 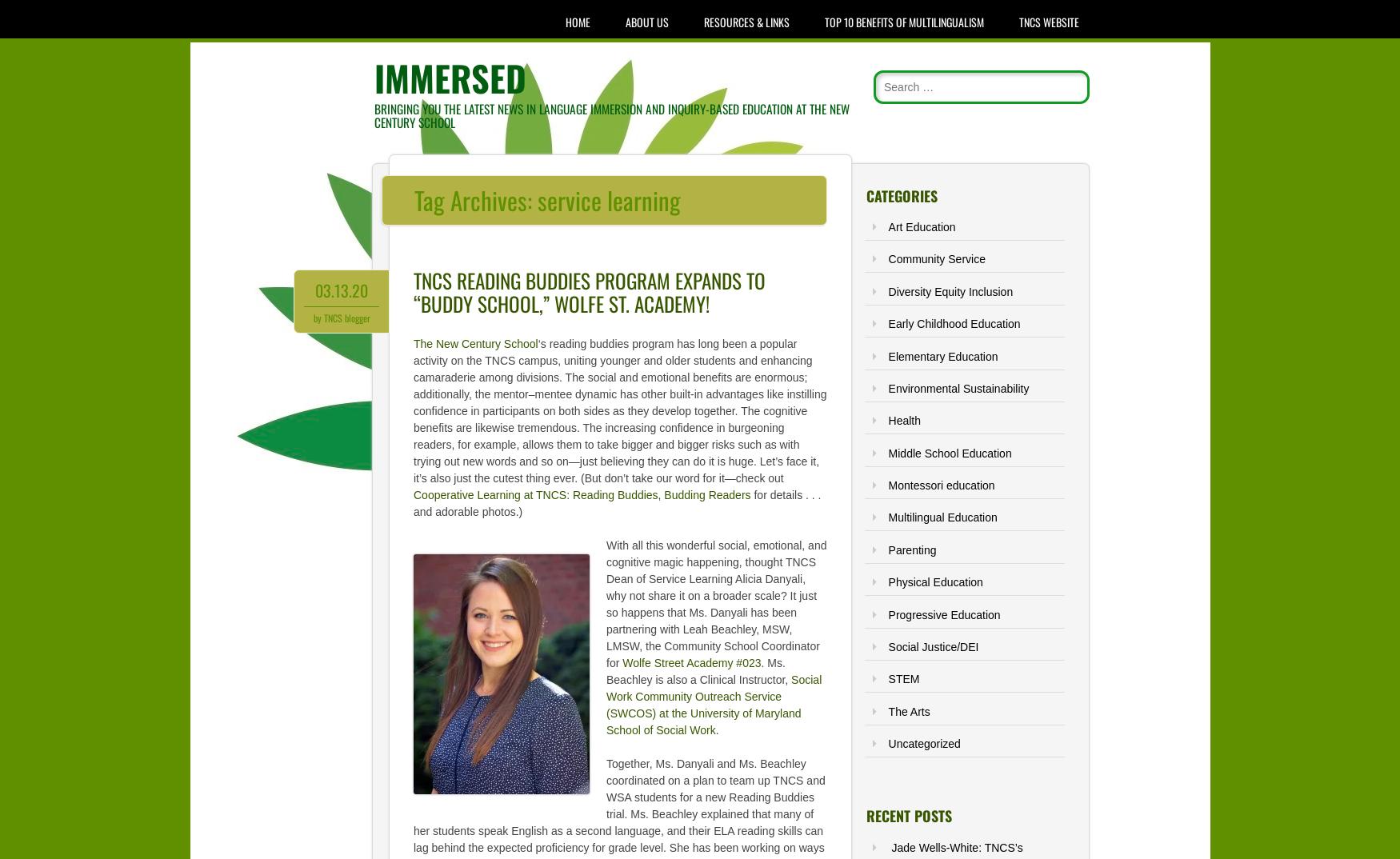 What do you see at coordinates (888, 549) in the screenshot?
I see `'Parenting'` at bounding box center [888, 549].